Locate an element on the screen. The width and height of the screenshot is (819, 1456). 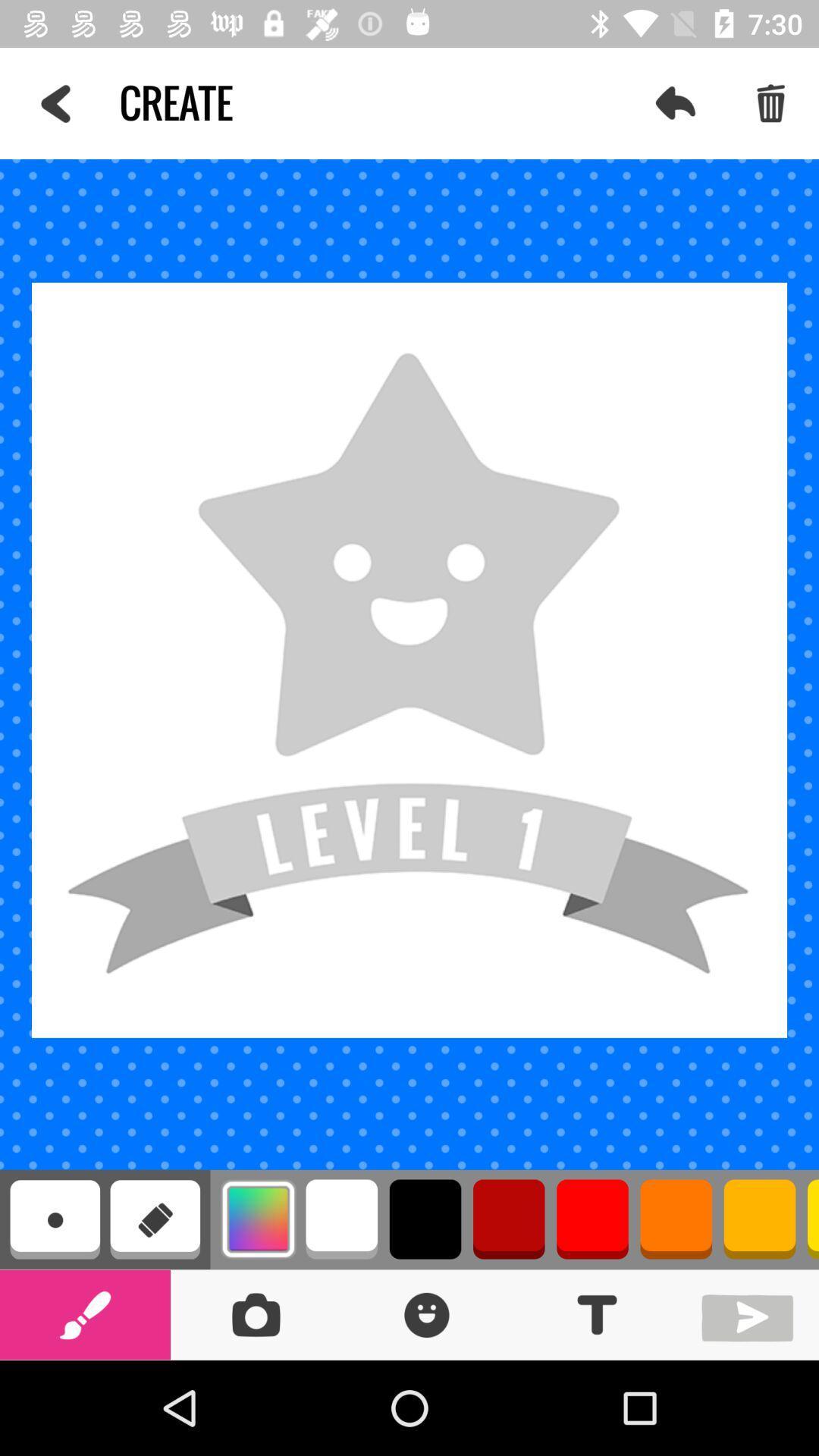
take picture is located at coordinates (255, 1313).